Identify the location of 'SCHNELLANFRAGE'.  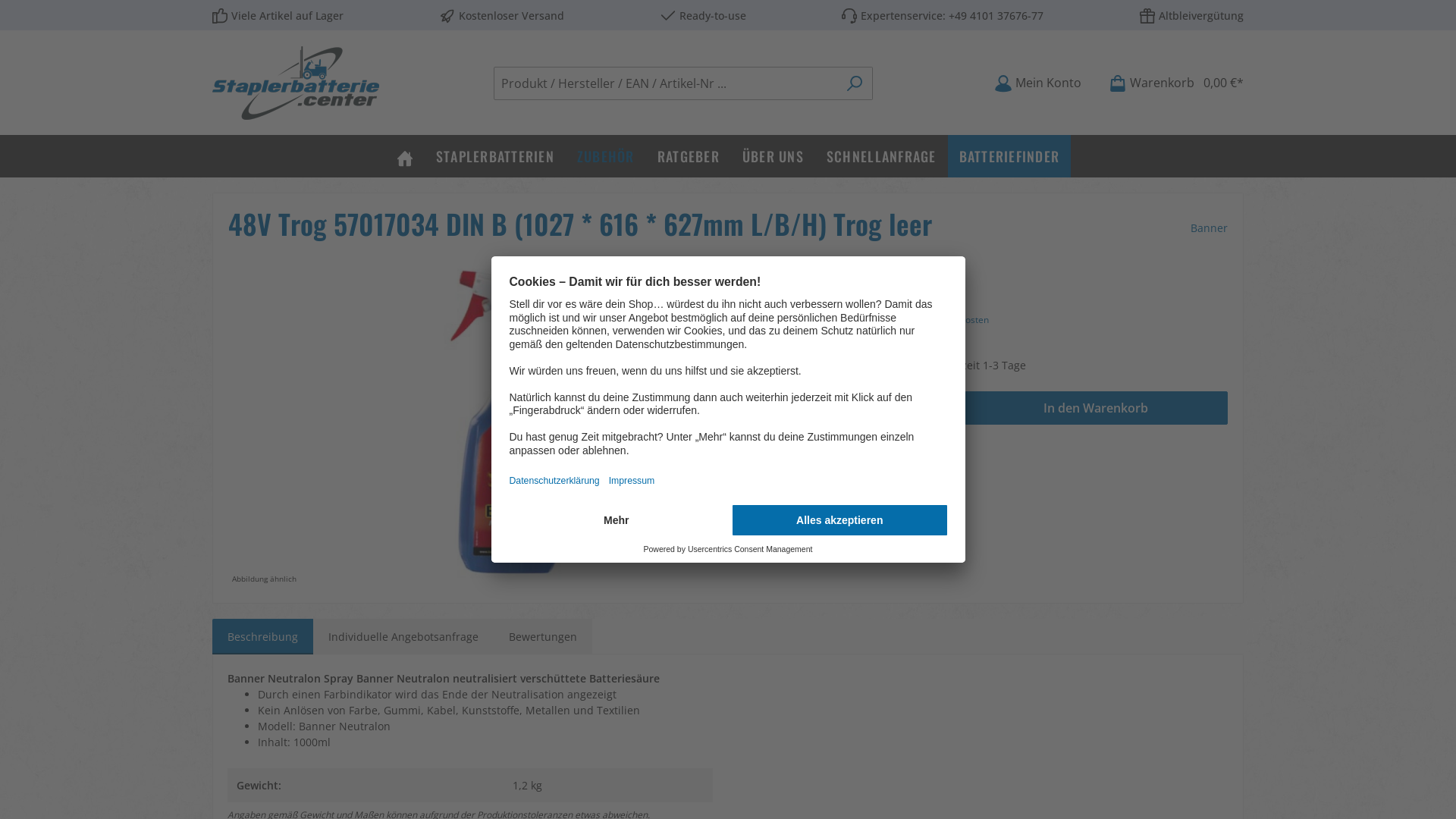
(881, 155).